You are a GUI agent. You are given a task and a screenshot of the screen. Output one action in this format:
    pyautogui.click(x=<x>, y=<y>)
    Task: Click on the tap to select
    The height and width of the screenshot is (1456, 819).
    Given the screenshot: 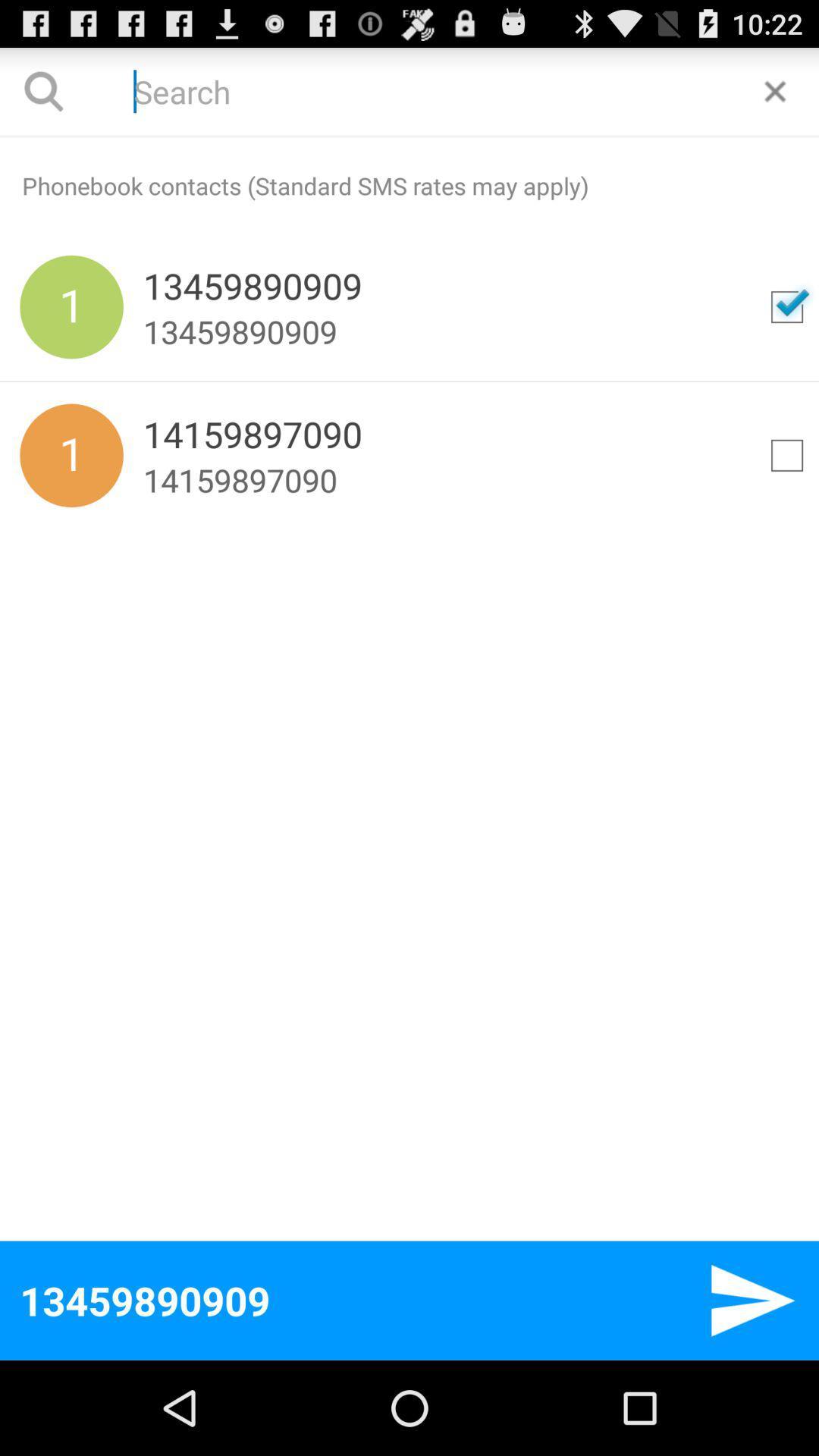 What is the action you would take?
    pyautogui.click(x=786, y=454)
    